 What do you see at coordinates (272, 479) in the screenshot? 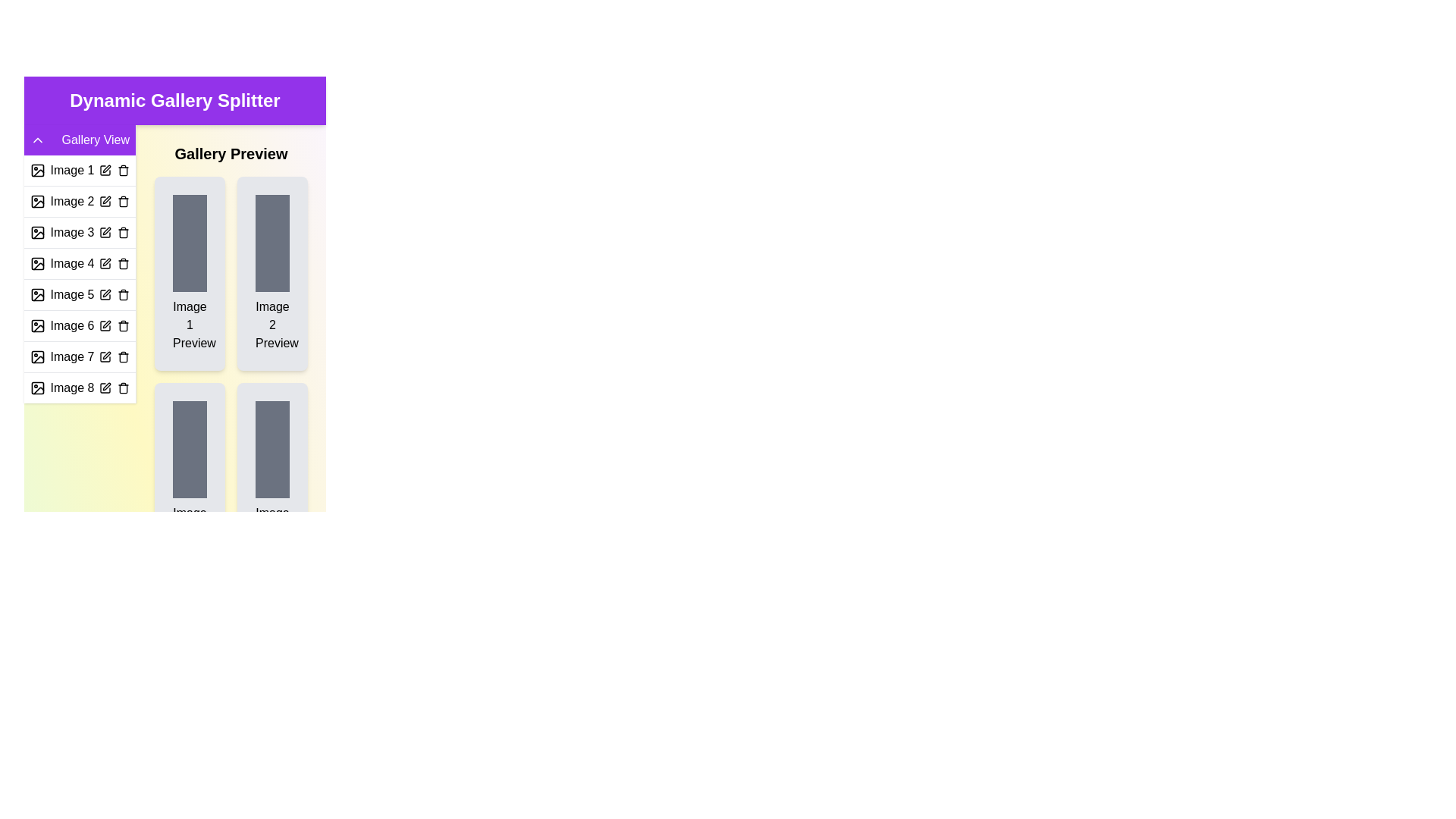
I see `the fourth Preview card for an image in the gallery` at bounding box center [272, 479].